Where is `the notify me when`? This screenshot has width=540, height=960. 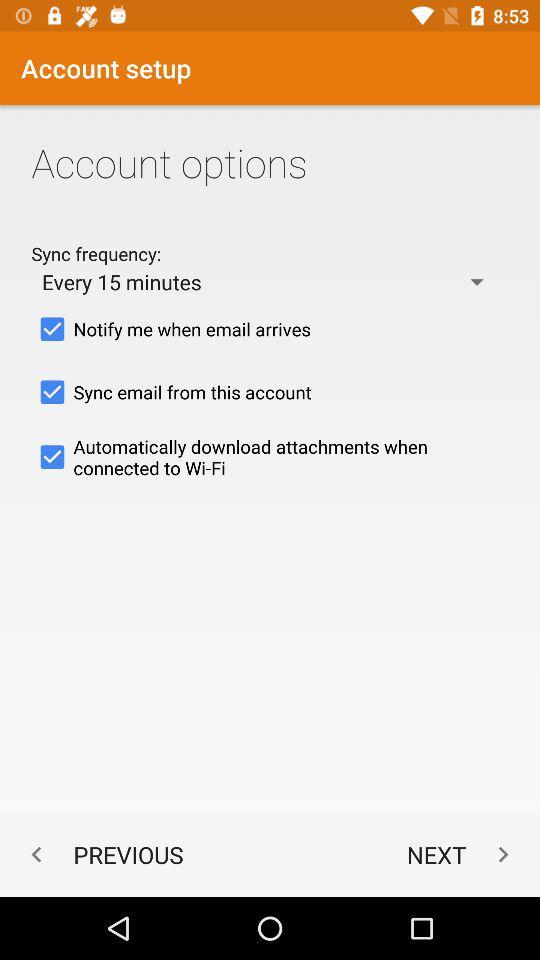
the notify me when is located at coordinates (270, 329).